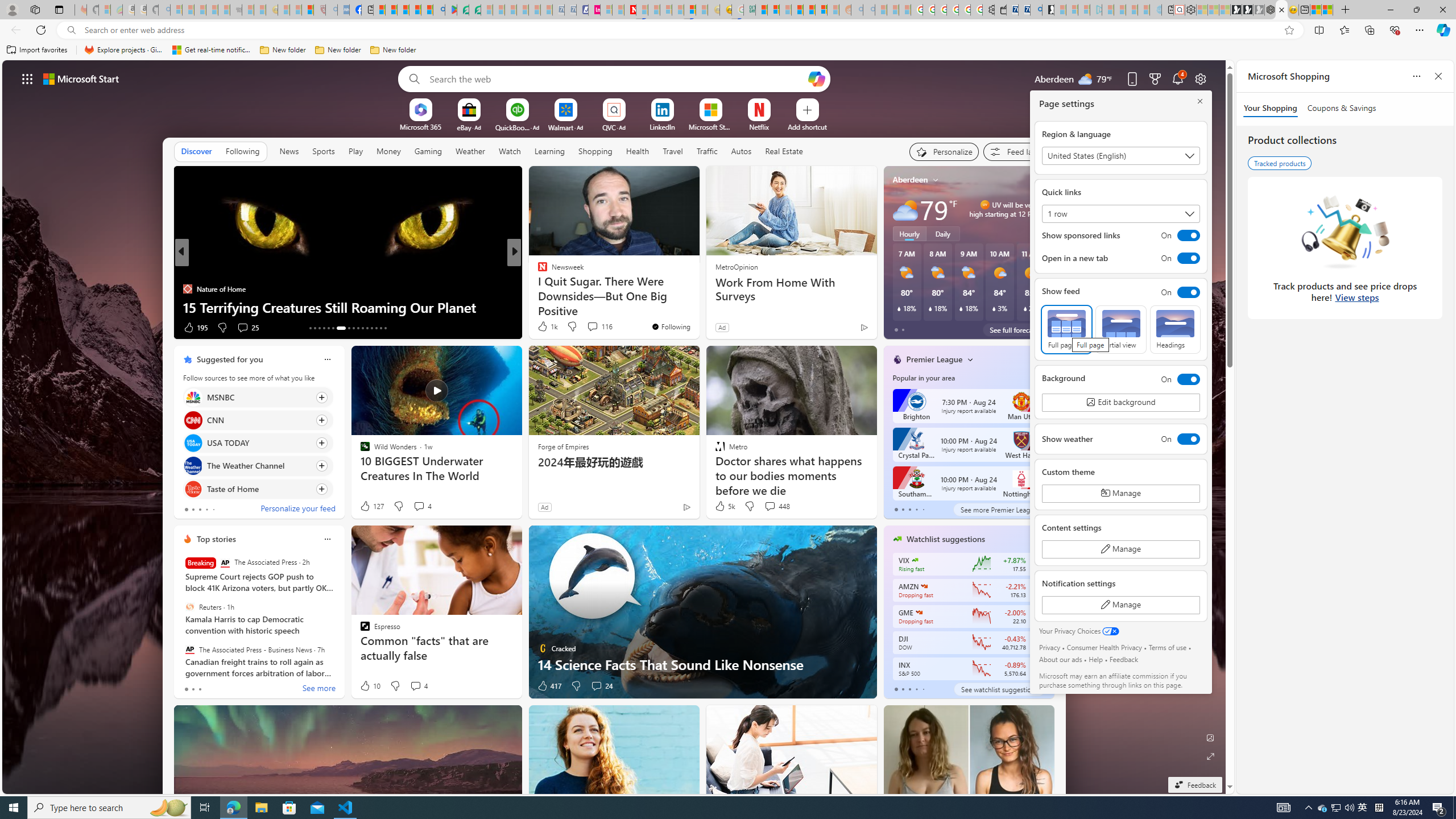 Image resolution: width=1456 pixels, height=819 pixels. Describe the element at coordinates (908, 689) in the screenshot. I see `'tab-2'` at that location.